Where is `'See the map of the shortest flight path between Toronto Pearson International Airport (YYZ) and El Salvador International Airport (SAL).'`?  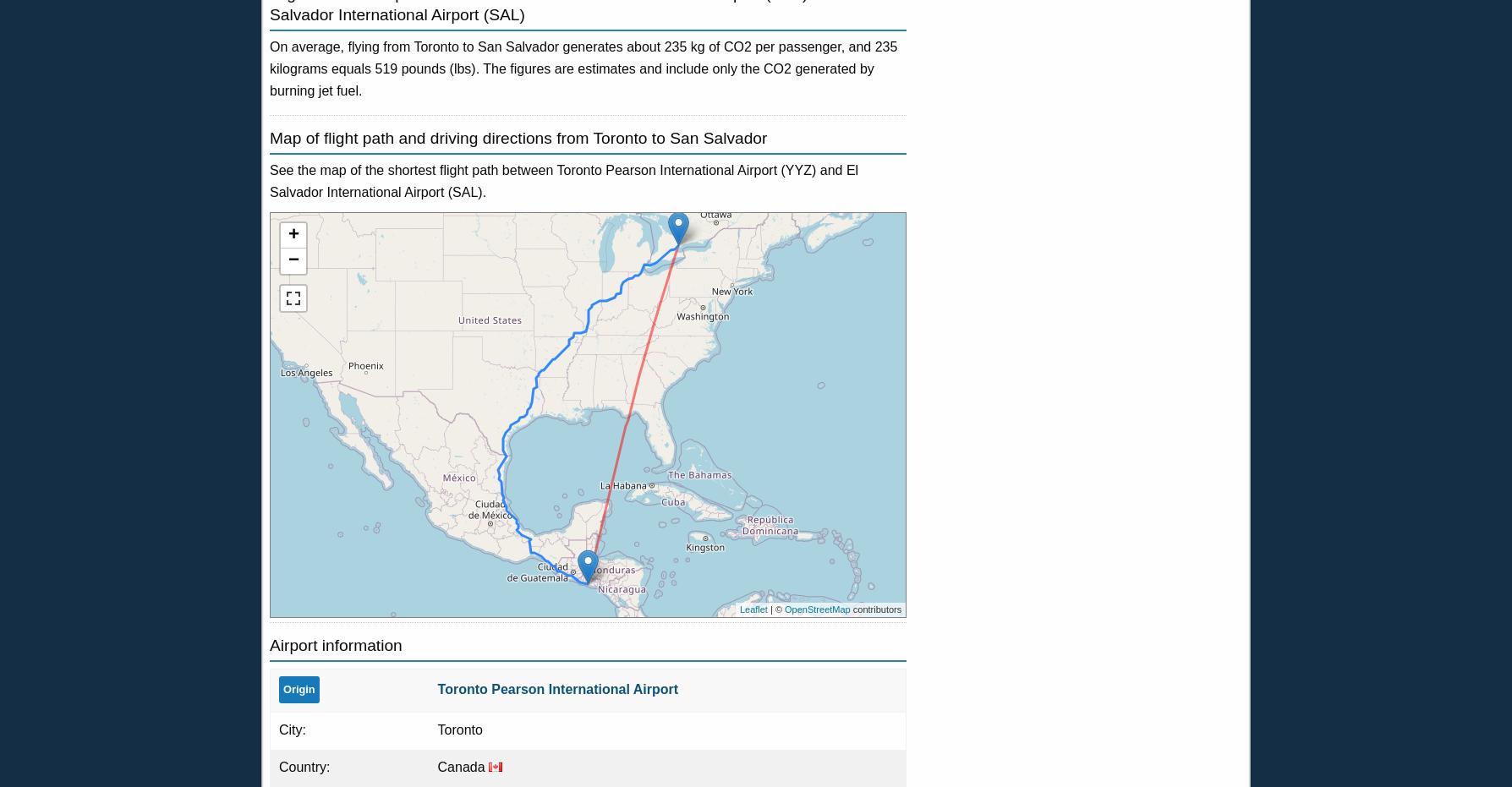 'See the map of the shortest flight path between Toronto Pearson International Airport (YYZ) and El Salvador International Airport (SAL).' is located at coordinates (563, 180).